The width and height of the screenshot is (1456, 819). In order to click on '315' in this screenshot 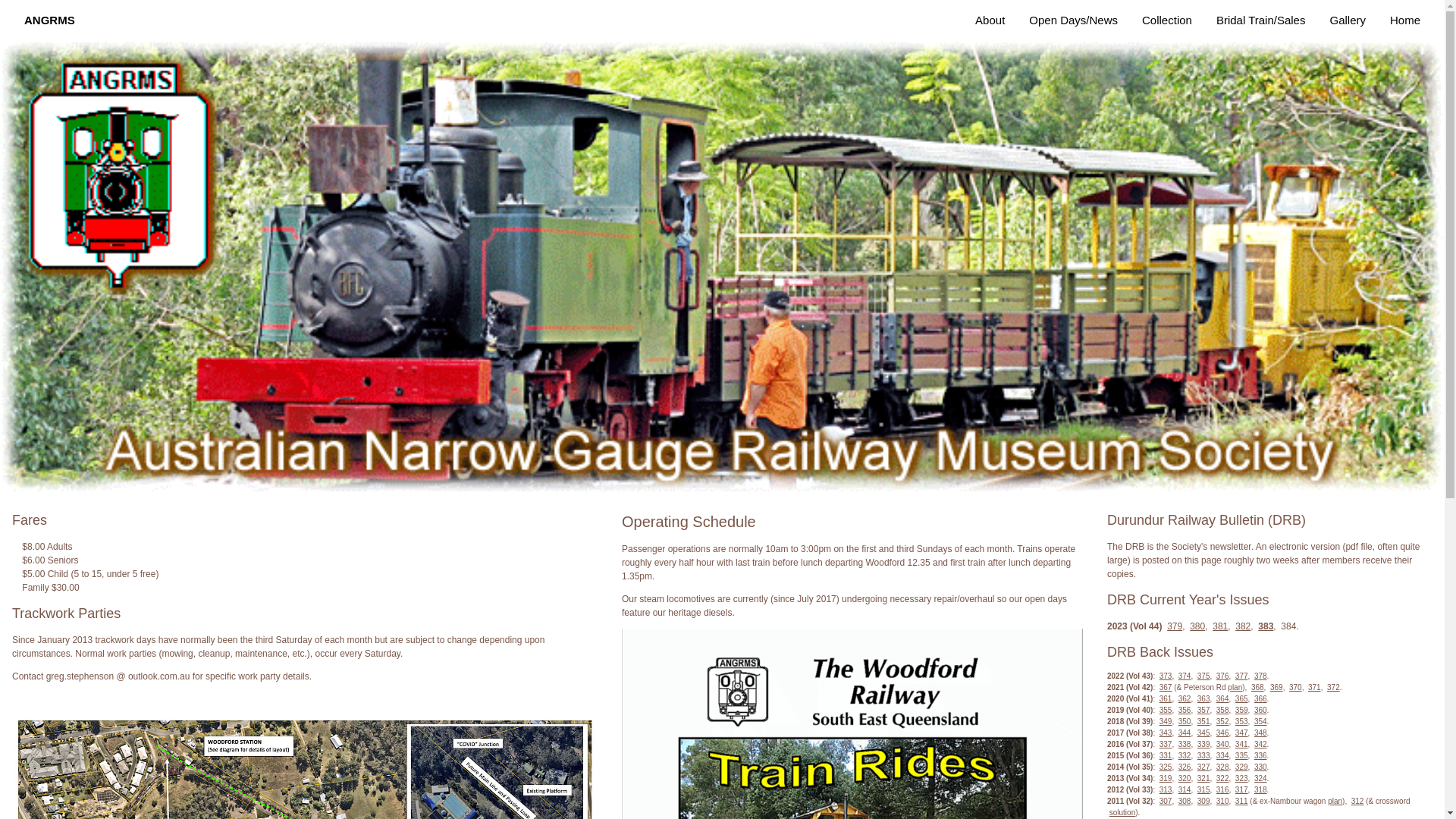, I will do `click(1203, 789)`.